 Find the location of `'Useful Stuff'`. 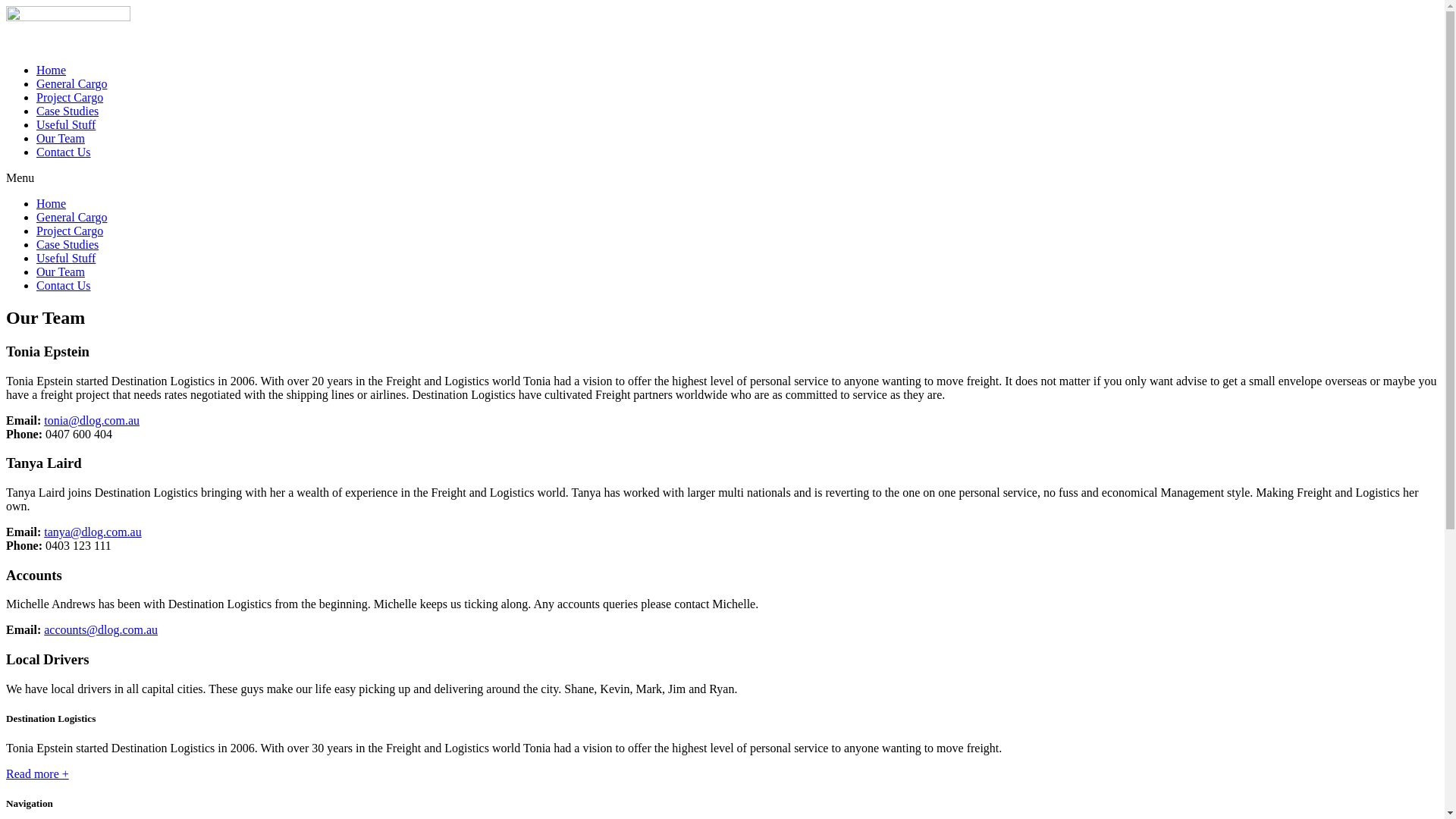

'Useful Stuff' is located at coordinates (64, 257).